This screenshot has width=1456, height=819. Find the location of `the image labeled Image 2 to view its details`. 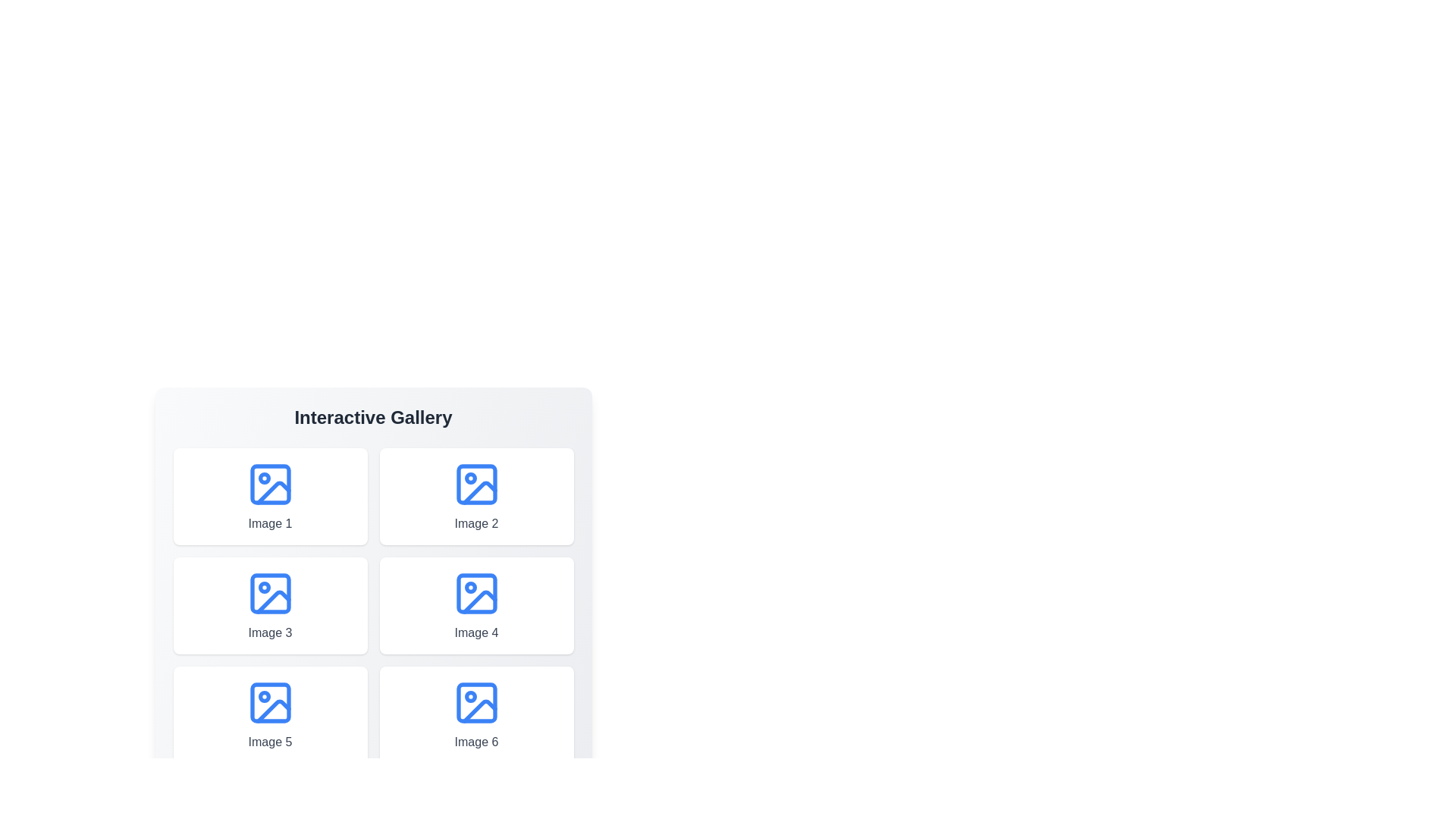

the image labeled Image 2 to view its details is located at coordinates (475, 497).